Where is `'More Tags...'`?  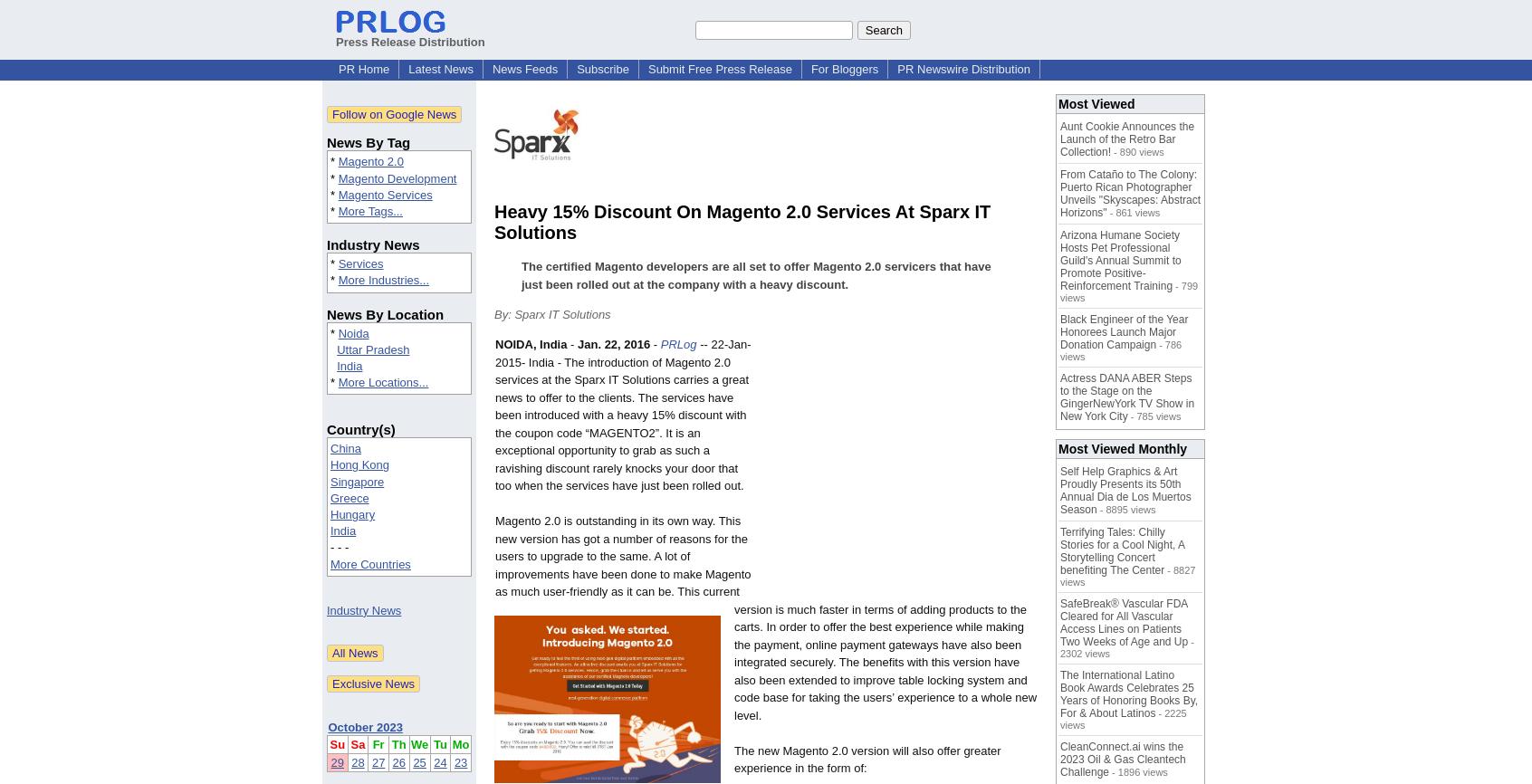
'More Tags...' is located at coordinates (369, 209).